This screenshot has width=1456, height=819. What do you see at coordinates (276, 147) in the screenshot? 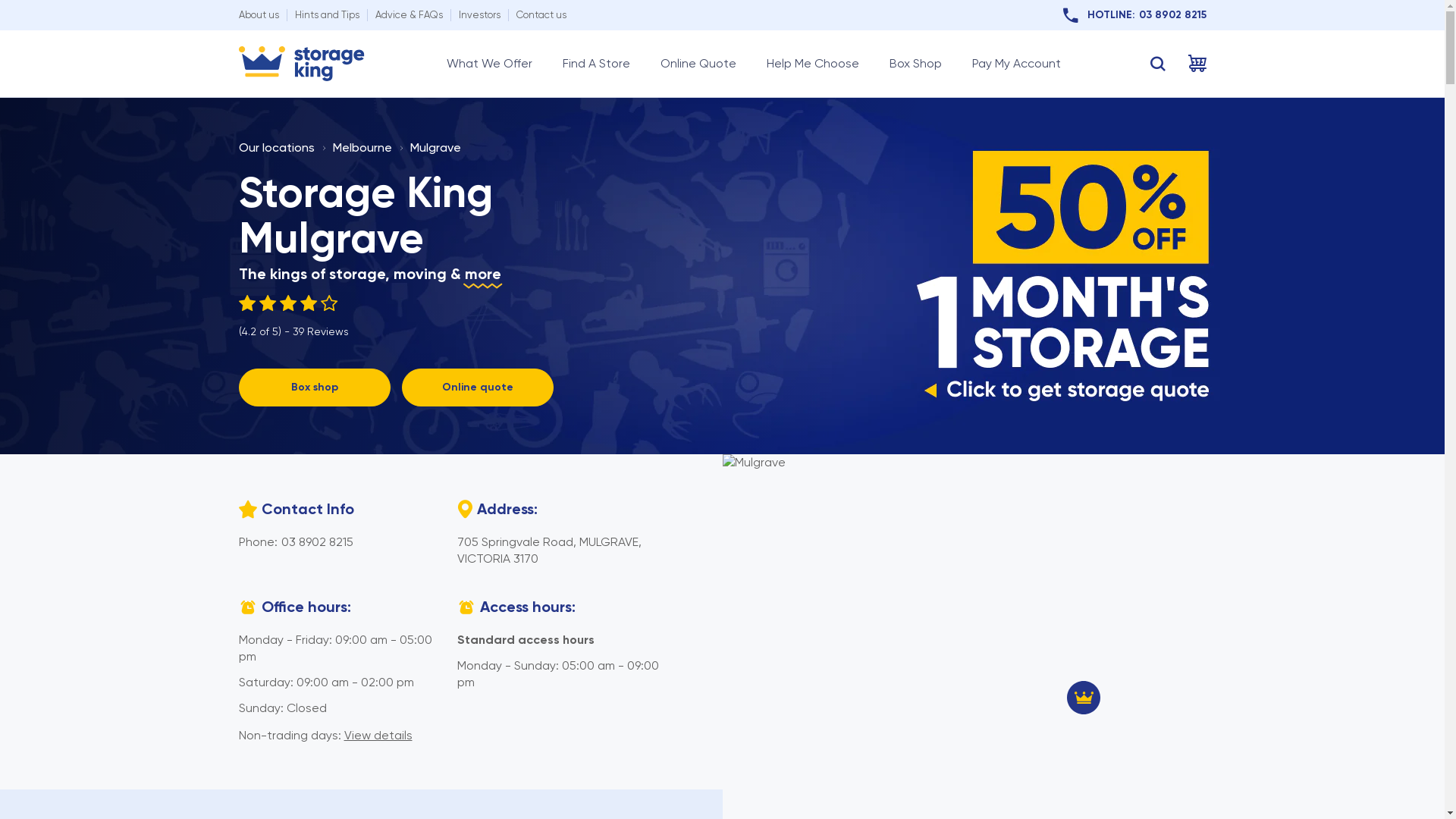
I see `'Our locations'` at bounding box center [276, 147].